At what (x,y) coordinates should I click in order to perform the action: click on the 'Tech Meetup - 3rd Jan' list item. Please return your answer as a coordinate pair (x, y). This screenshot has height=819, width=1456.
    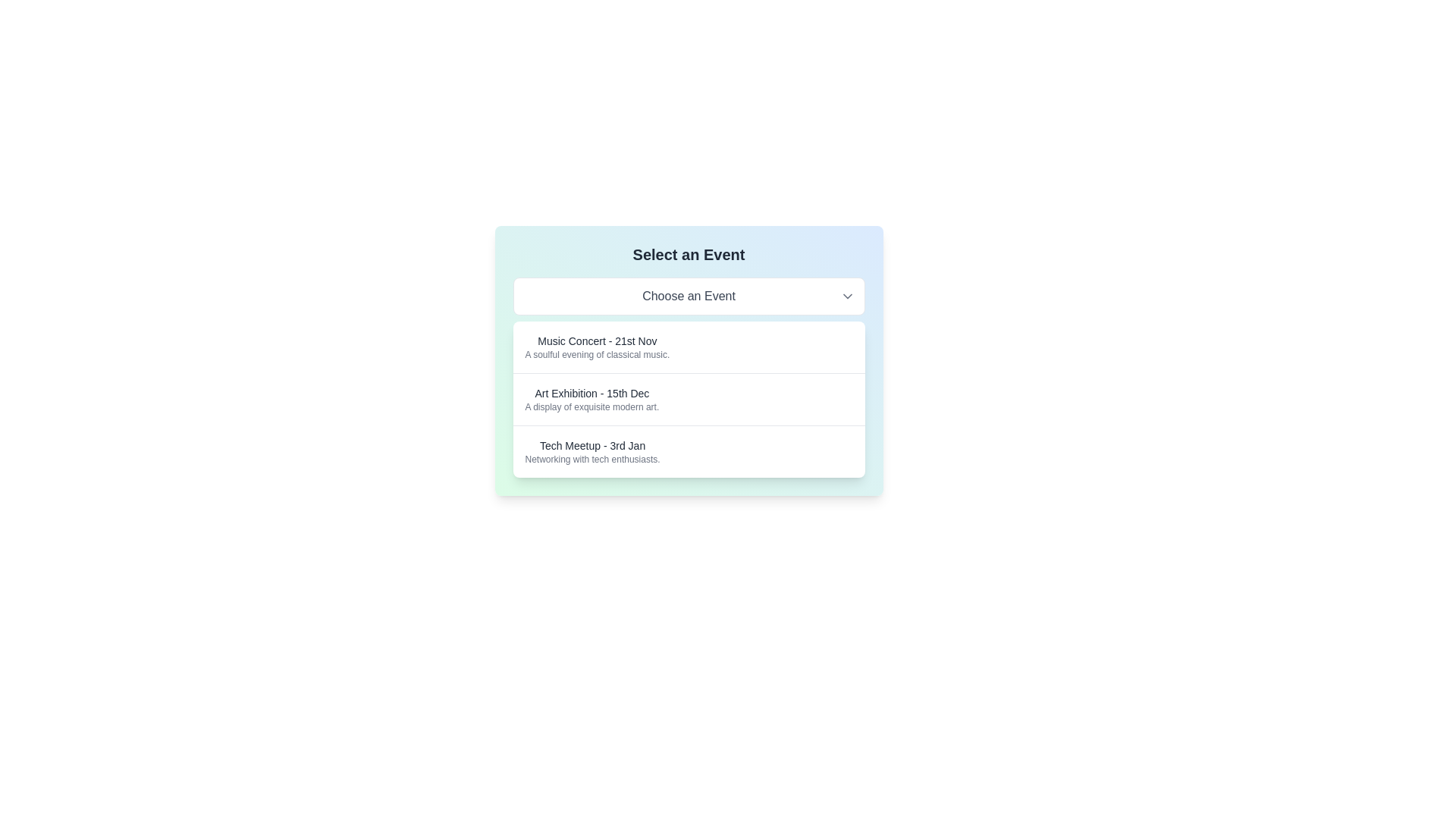
    Looking at the image, I should click on (591, 451).